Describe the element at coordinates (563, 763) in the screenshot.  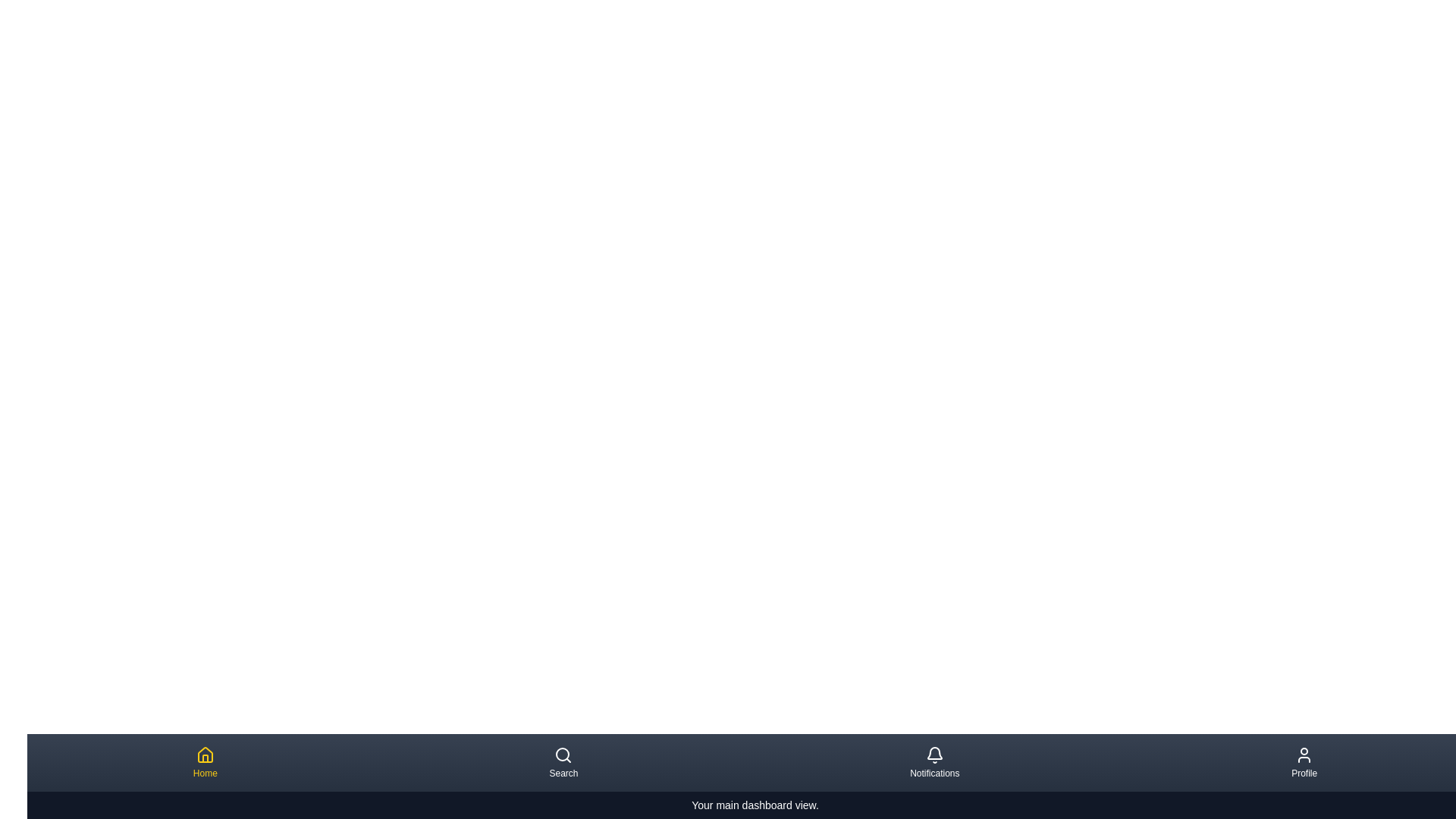
I see `the navigation item Search by clicking on its button` at that location.